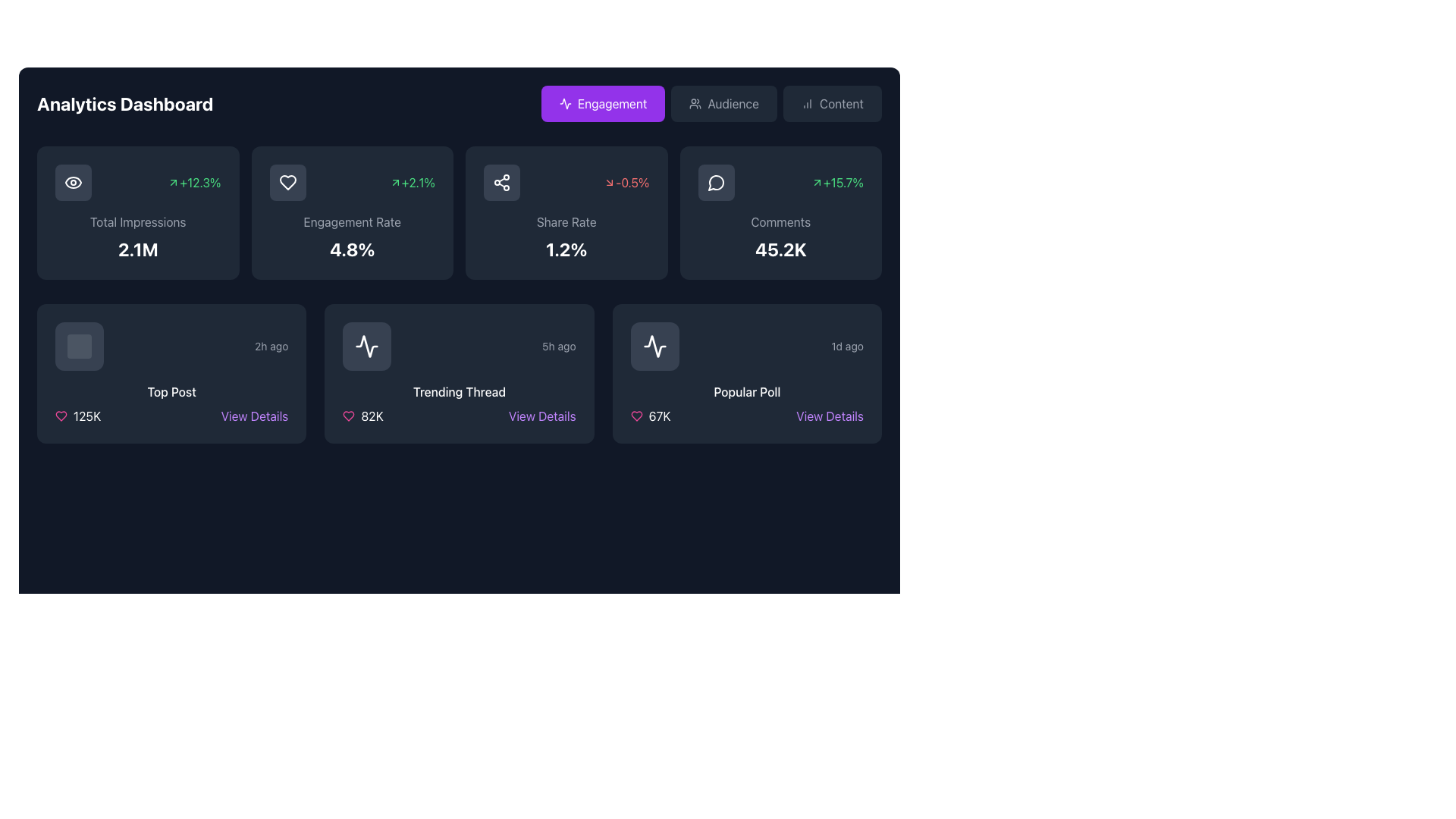  What do you see at coordinates (566, 213) in the screenshot?
I see `the Card element displaying a share icon, a red downward arrow with '-0.5%', 'Share Rate', and '1.2%' percentage prominently at the bottom` at bounding box center [566, 213].